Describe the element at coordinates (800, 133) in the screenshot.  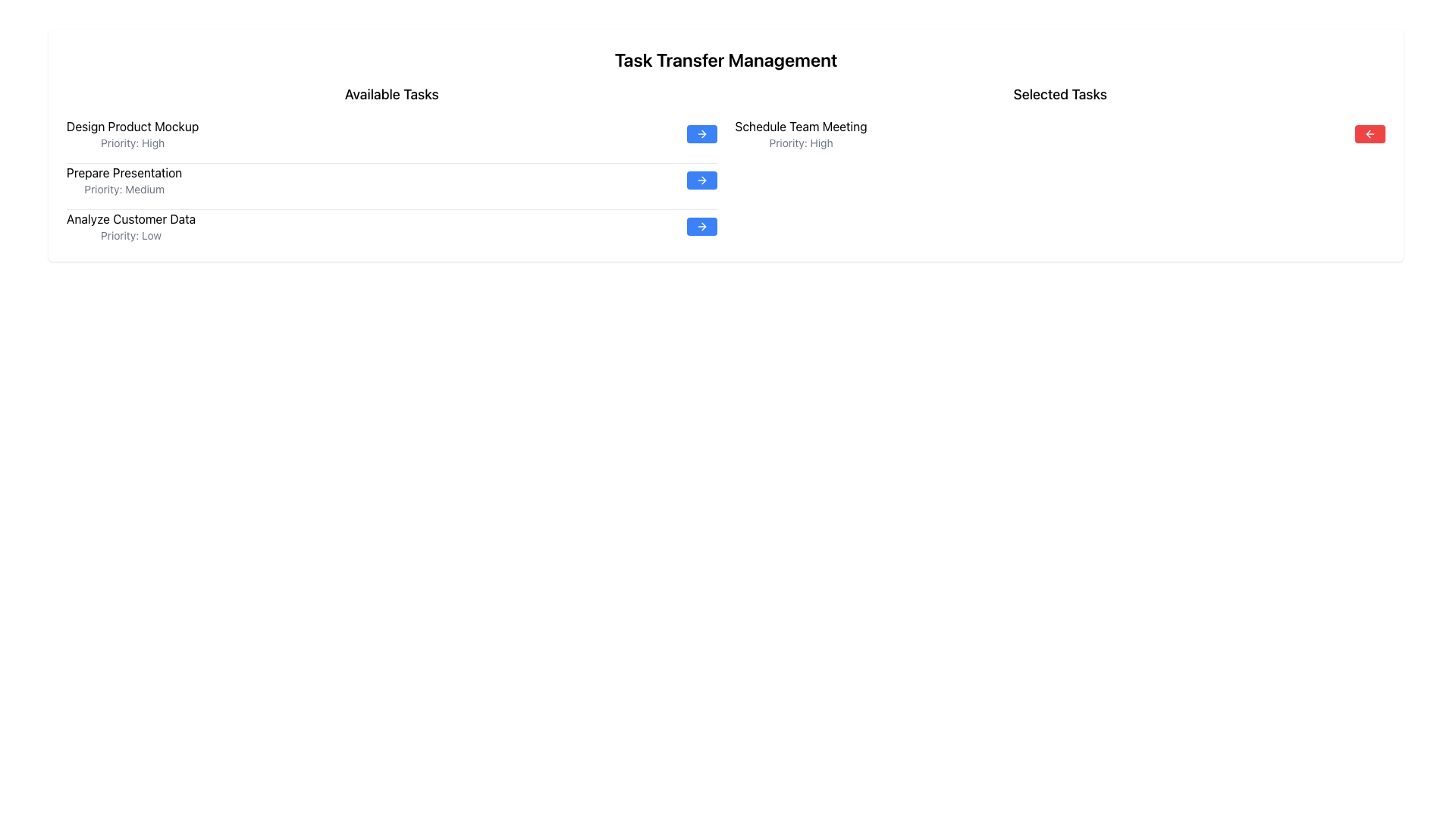
I see `the 'Schedule Team Meeting' text component, which displays 'Priority: High' as a subtitle` at that location.